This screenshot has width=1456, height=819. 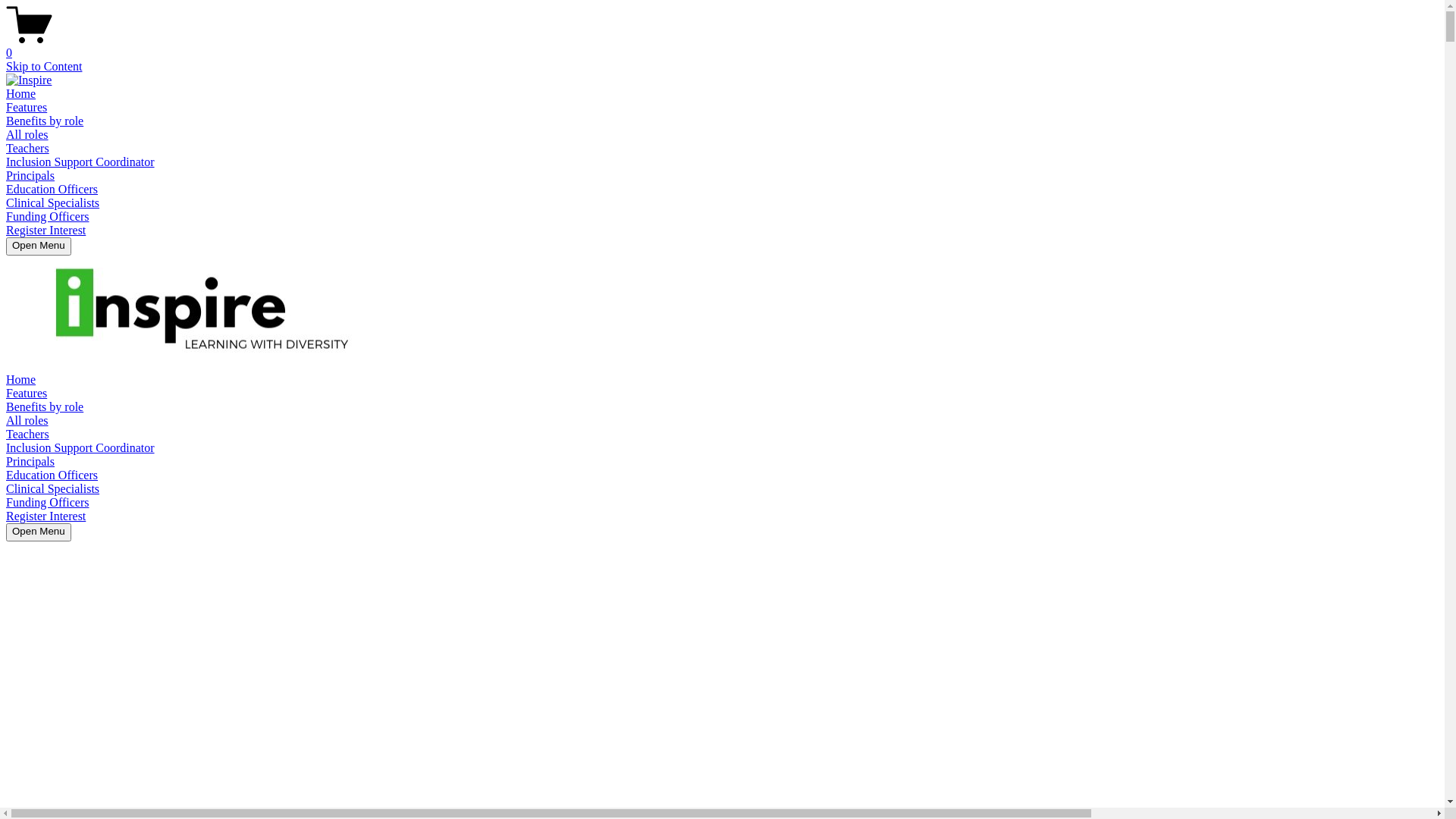 I want to click on 'All roles', so click(x=27, y=420).